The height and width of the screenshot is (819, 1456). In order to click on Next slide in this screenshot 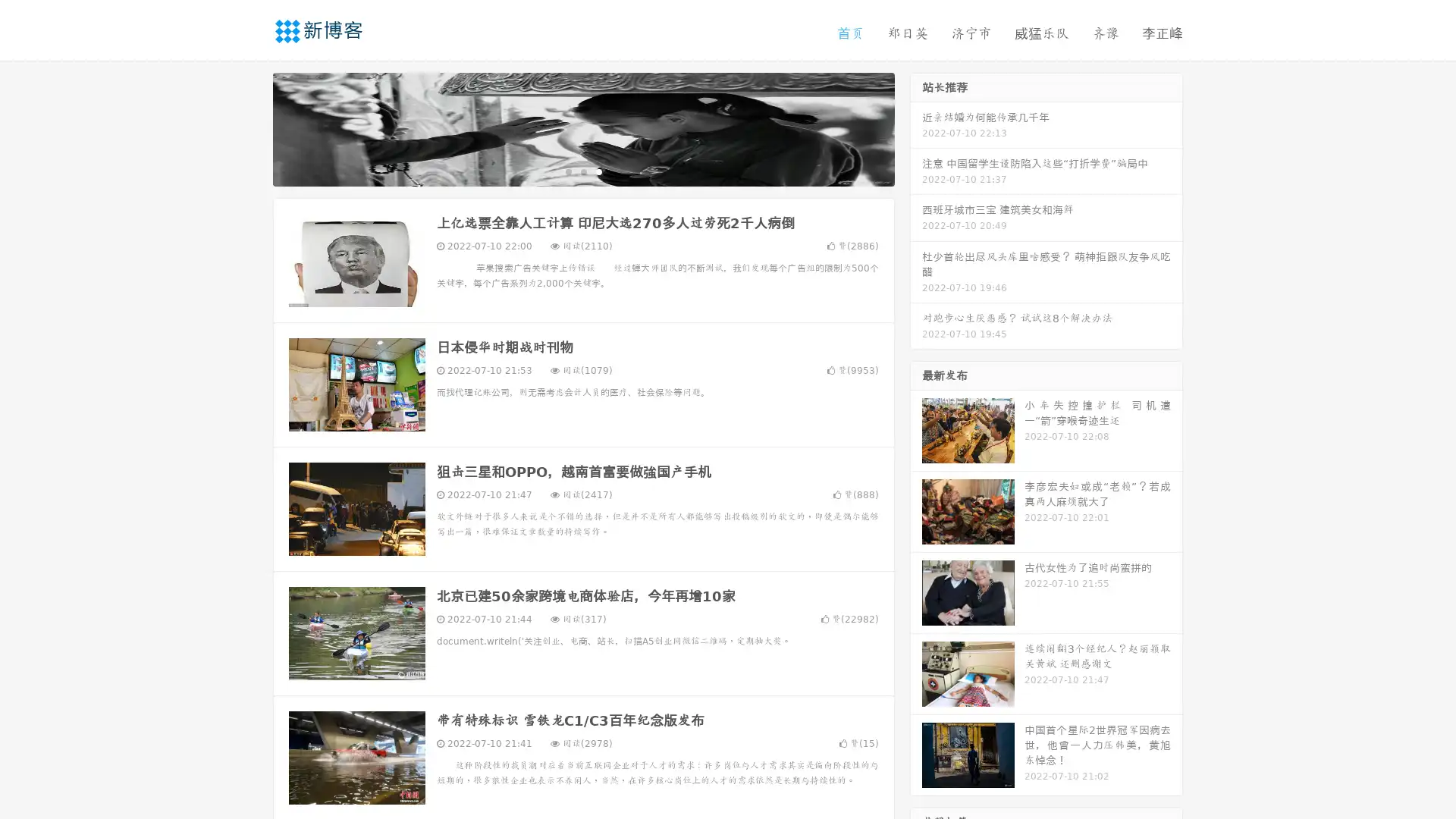, I will do `click(916, 127)`.